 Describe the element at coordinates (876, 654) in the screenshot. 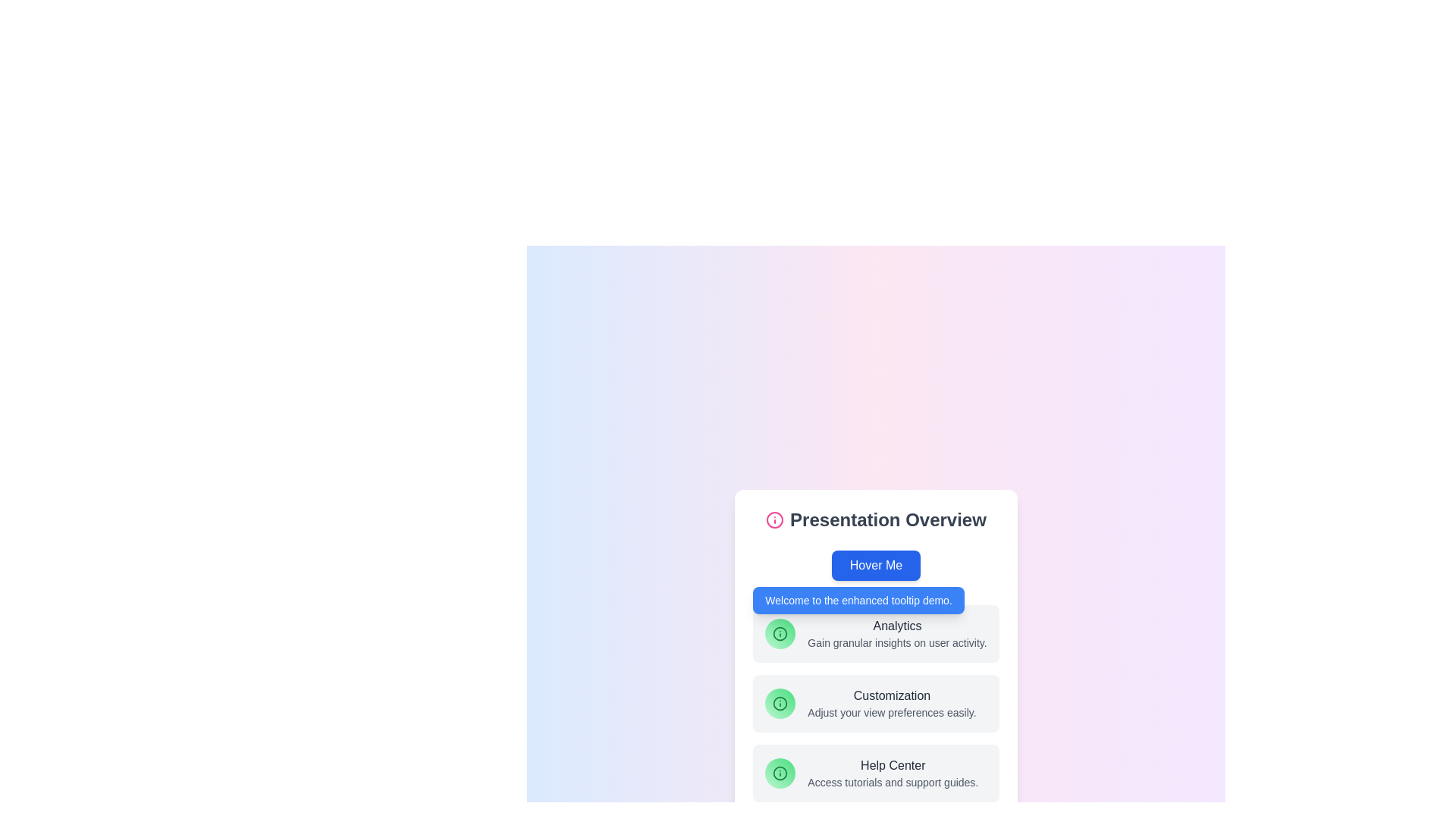

I see `the 'Hover Me' button within the 'Presentation Overview' composite element` at that location.